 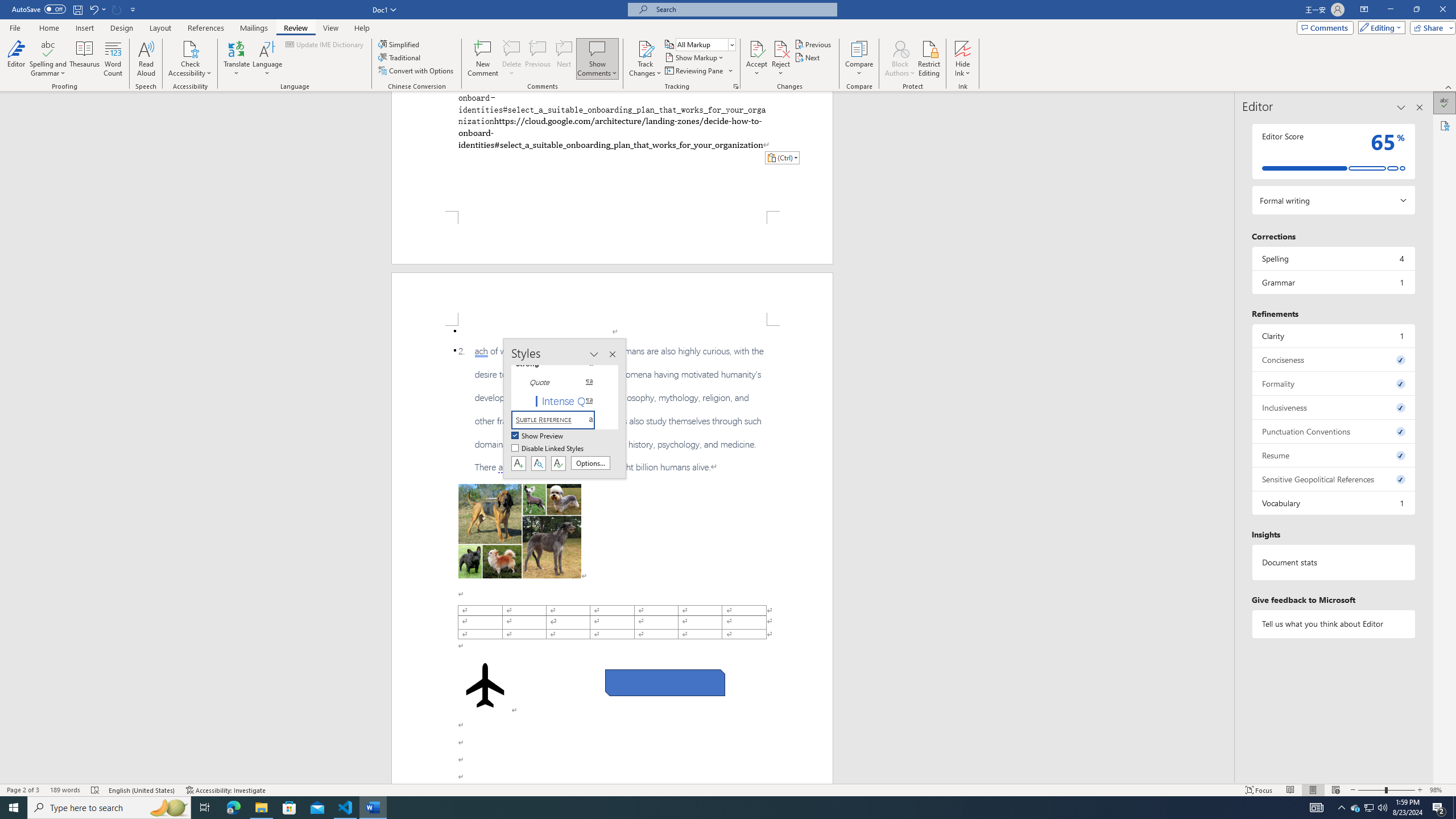 What do you see at coordinates (511, 48) in the screenshot?
I see `'Delete'` at bounding box center [511, 48].